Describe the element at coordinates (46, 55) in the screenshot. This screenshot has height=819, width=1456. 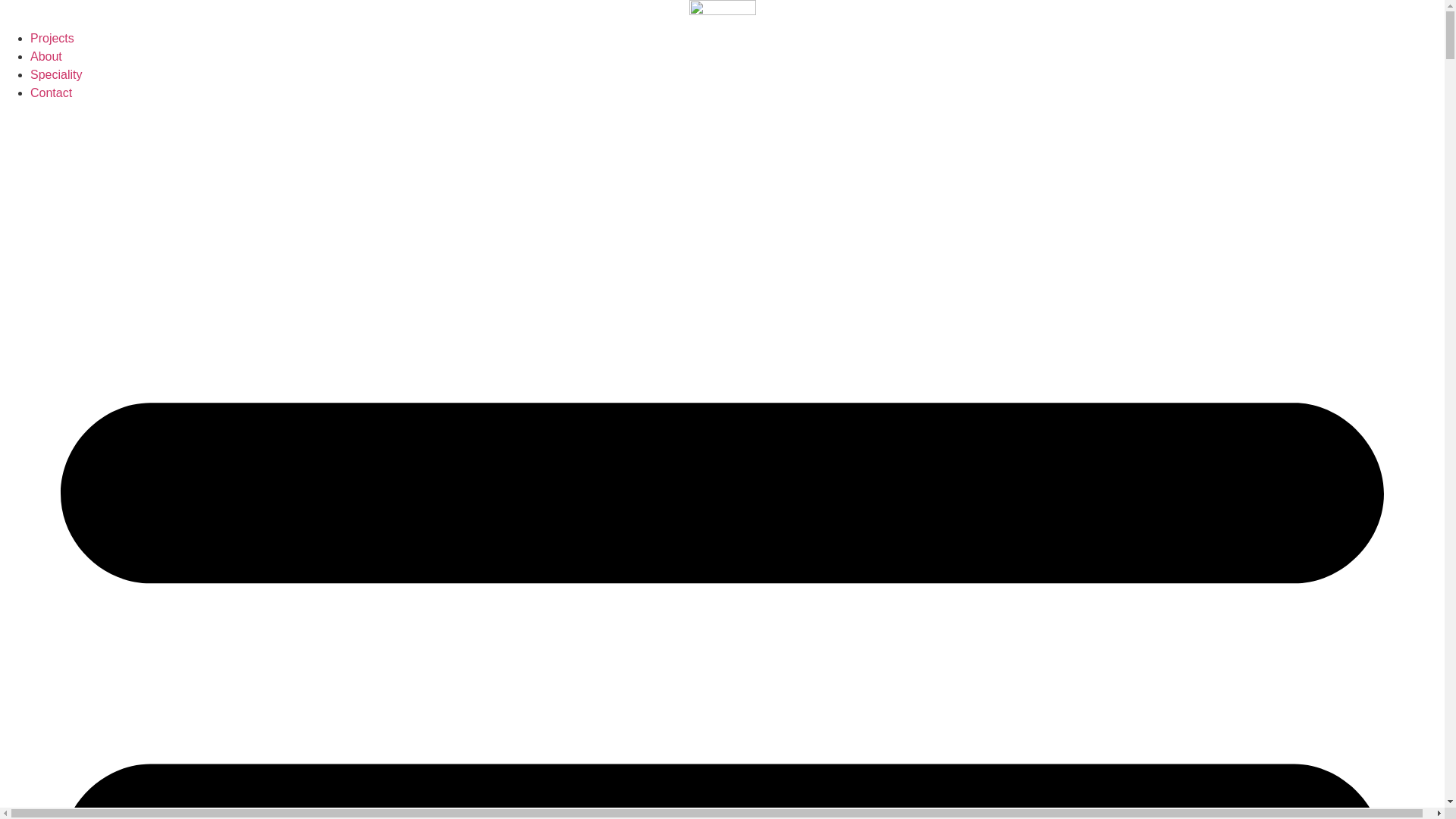
I see `'About'` at that location.